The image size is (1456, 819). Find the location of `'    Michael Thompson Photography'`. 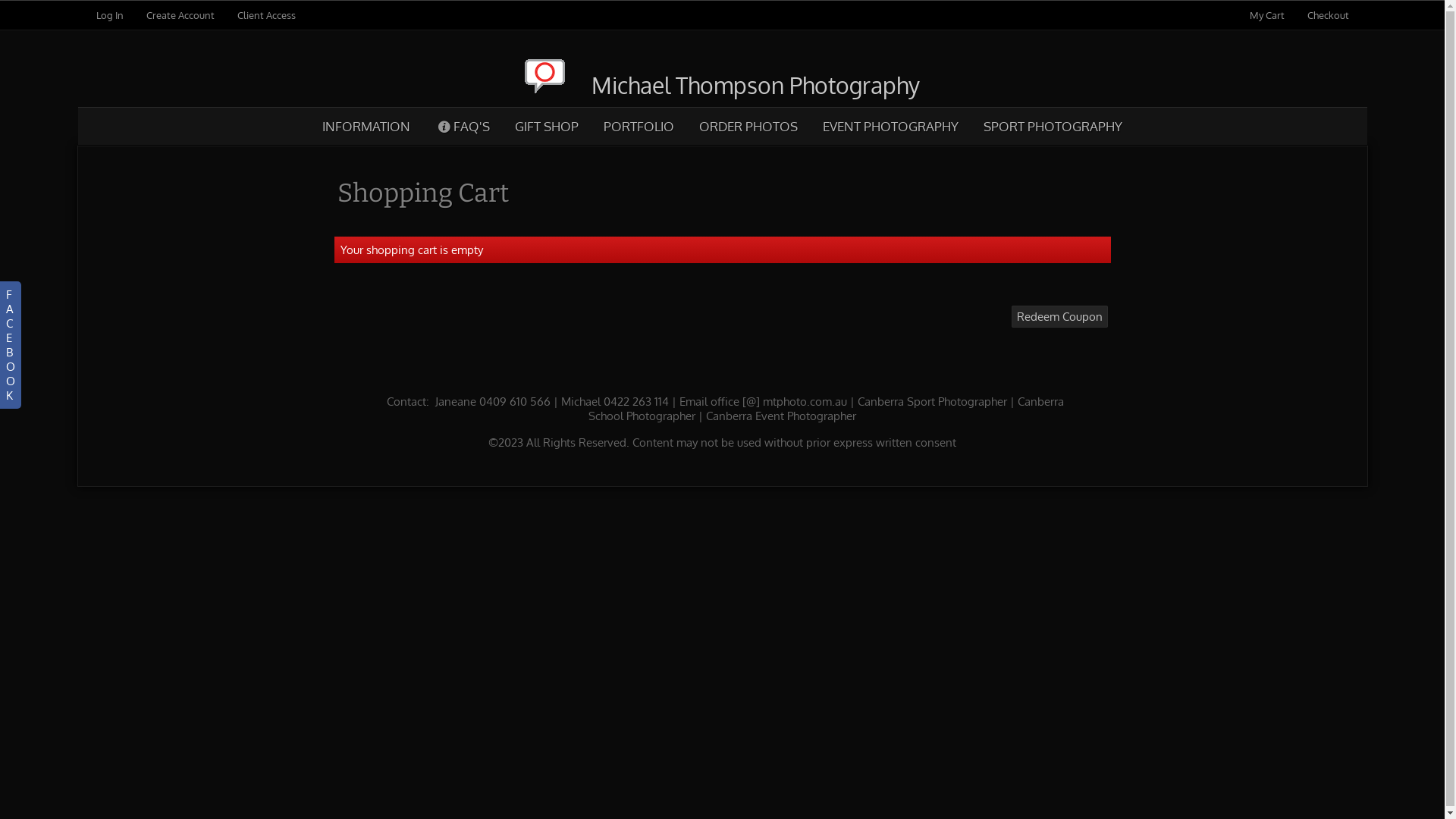

'    Michael Thompson Photography' is located at coordinates (721, 84).